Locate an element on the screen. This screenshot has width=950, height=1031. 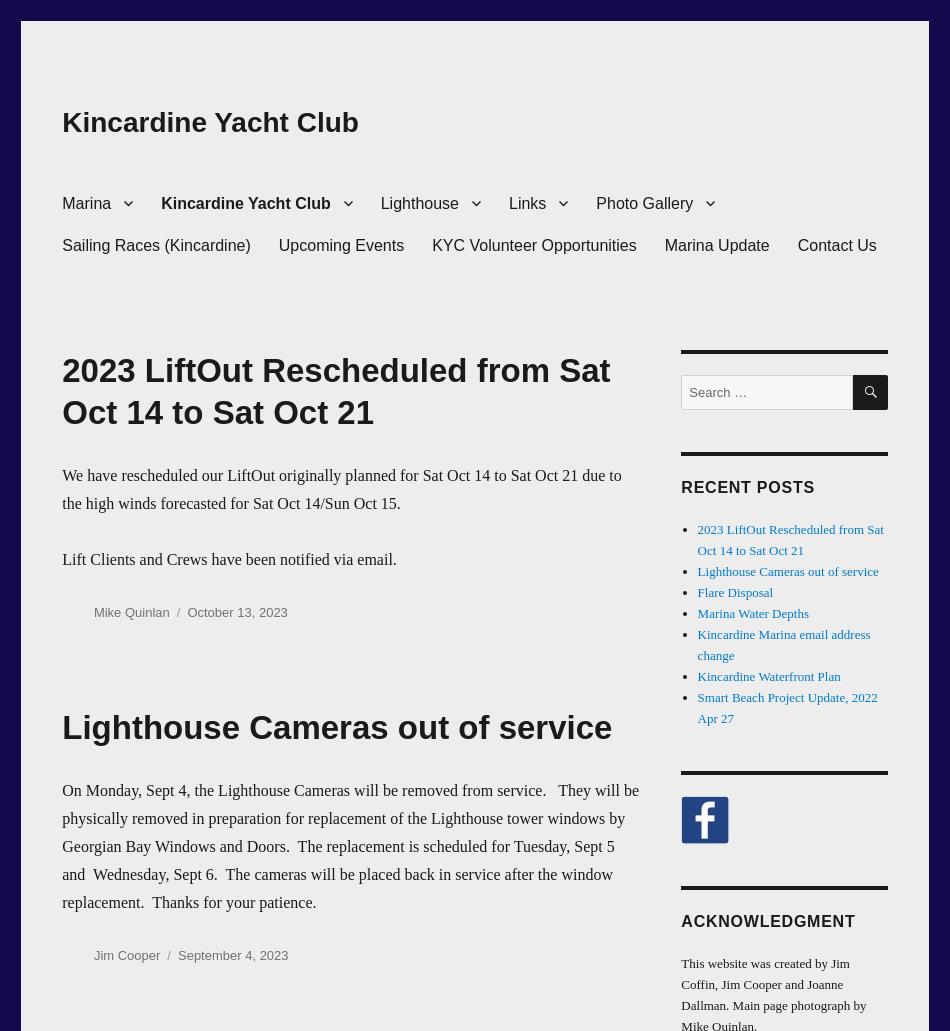
'Recent Posts' is located at coordinates (746, 487).